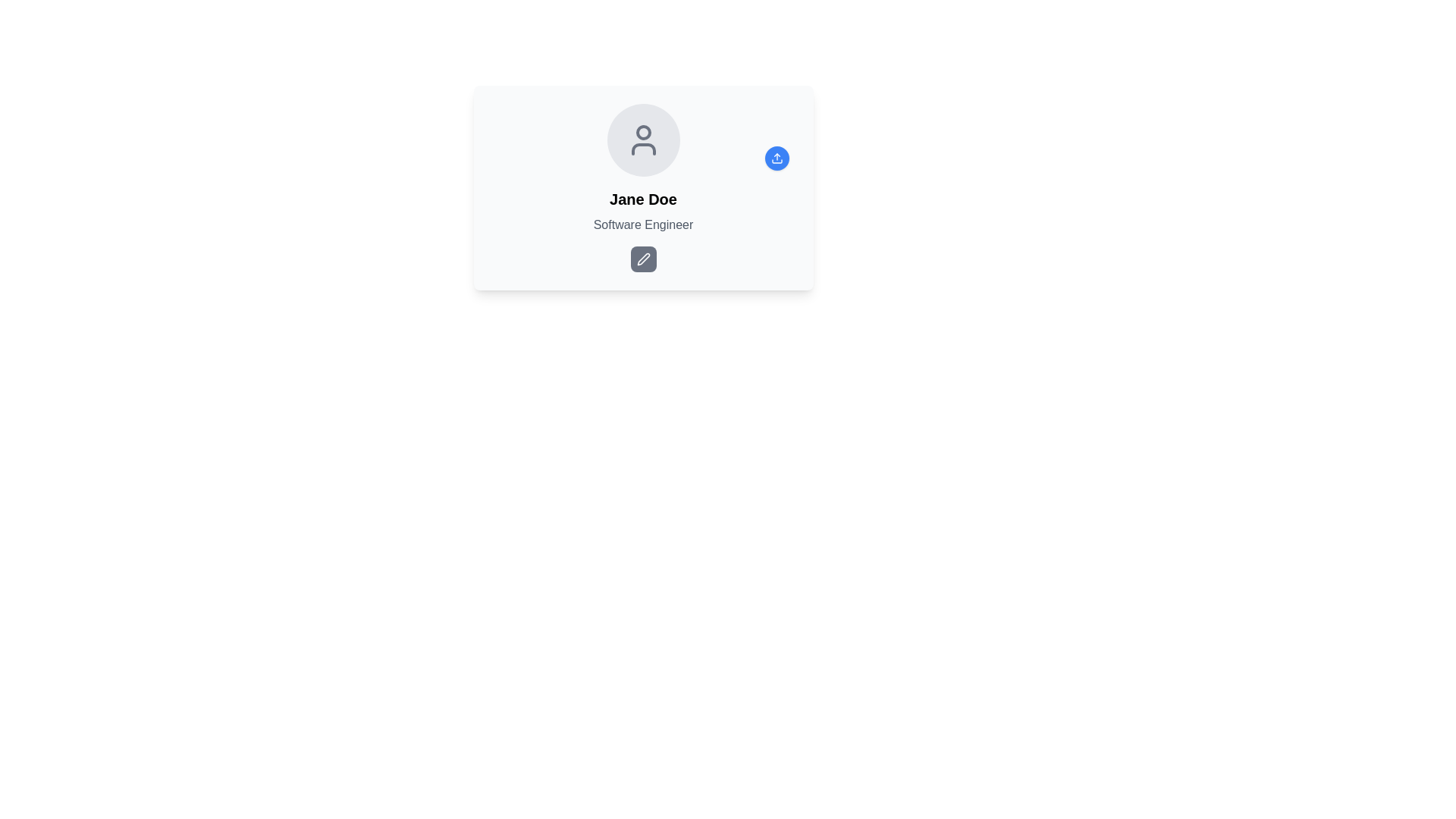 This screenshot has width=1456, height=819. What do you see at coordinates (643, 259) in the screenshot?
I see `the edit icon button located at the bottom center of the card displaying 'Jane Doe' and 'Software Engineer'` at bounding box center [643, 259].